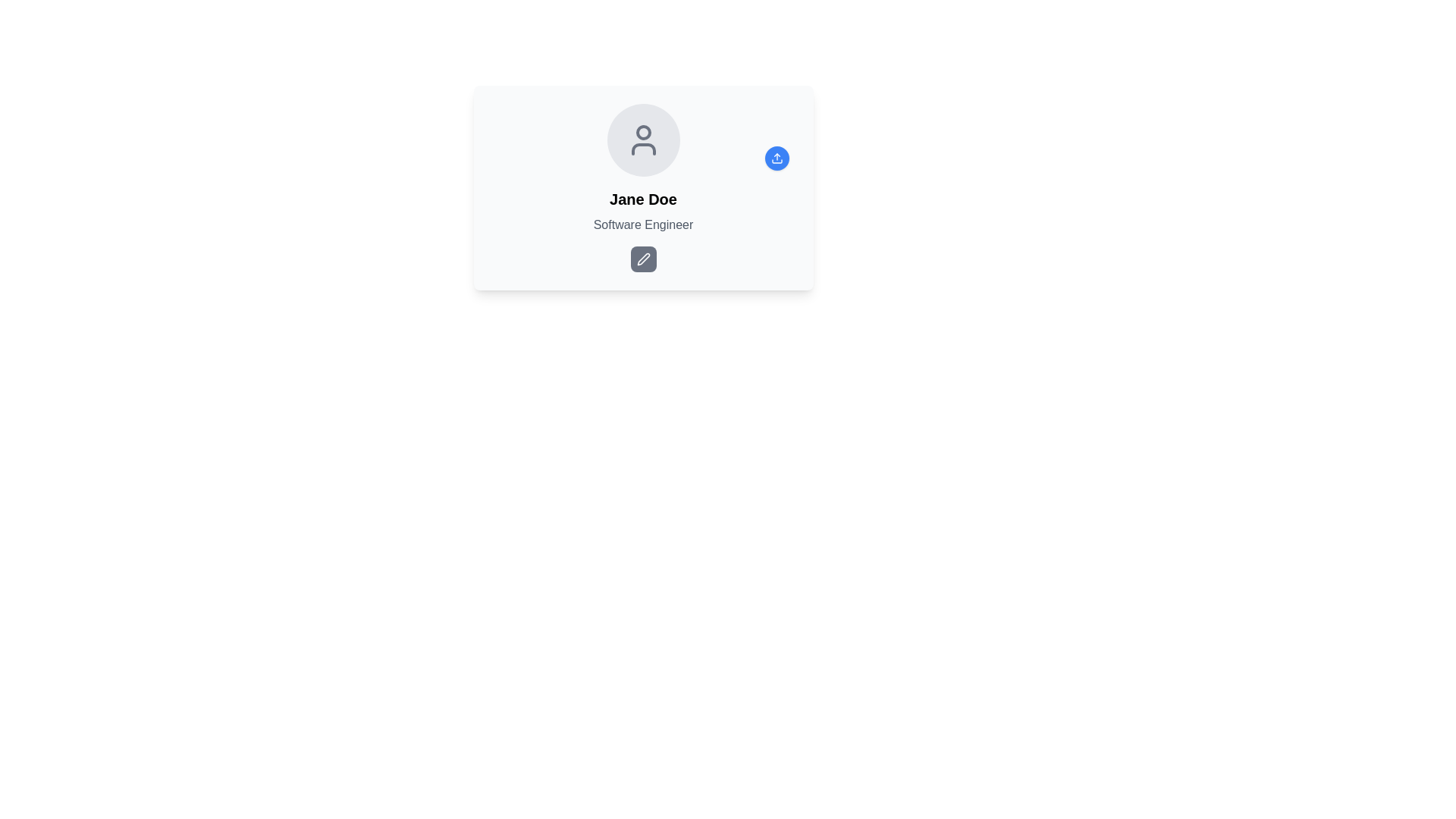 This screenshot has width=1456, height=819. What do you see at coordinates (643, 259) in the screenshot?
I see `the edit icon button located at the bottom center of the card displaying 'Jane Doe' and 'Software Engineer'` at bounding box center [643, 259].